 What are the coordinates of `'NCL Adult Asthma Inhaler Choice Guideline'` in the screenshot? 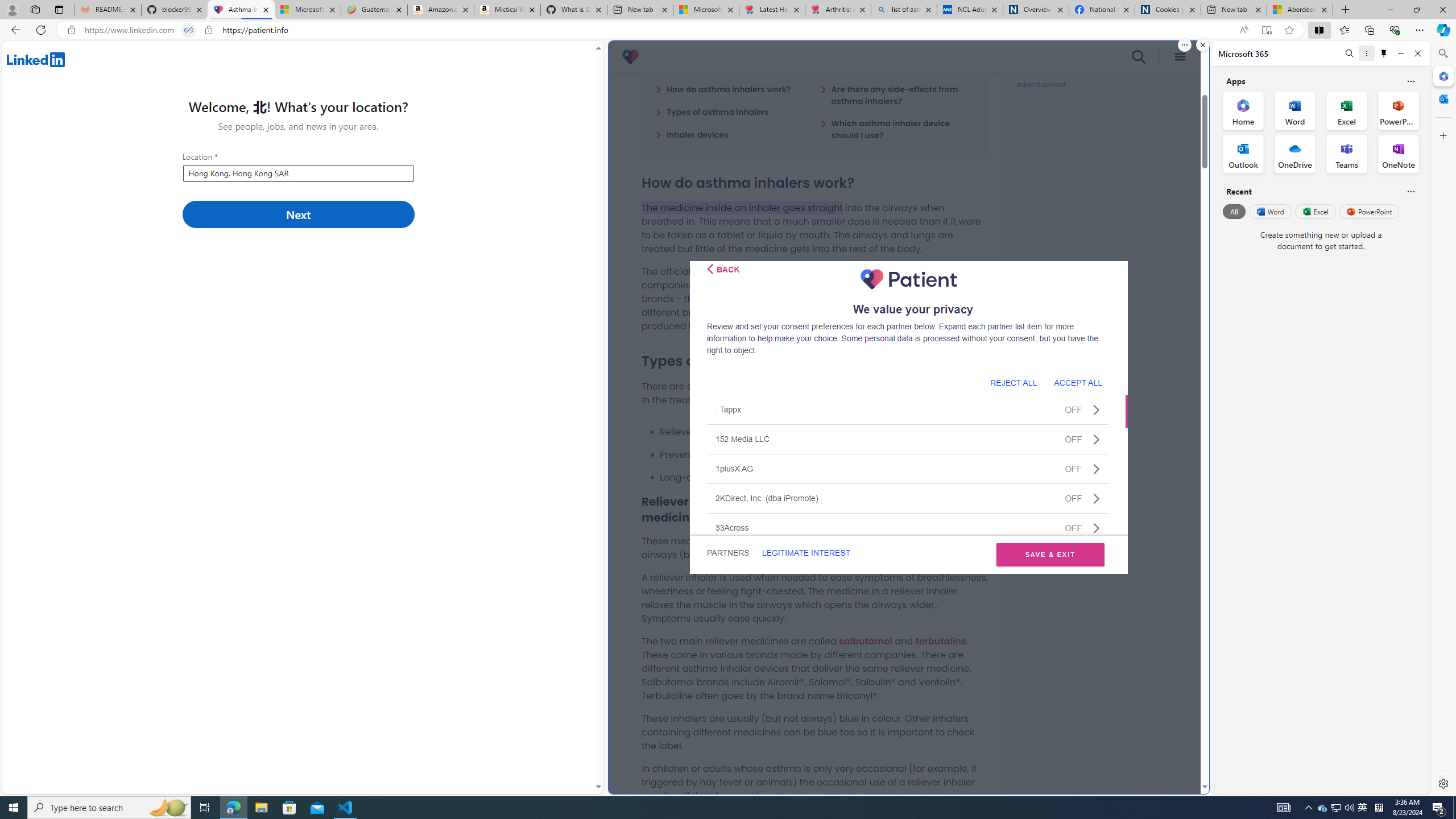 It's located at (969, 9).